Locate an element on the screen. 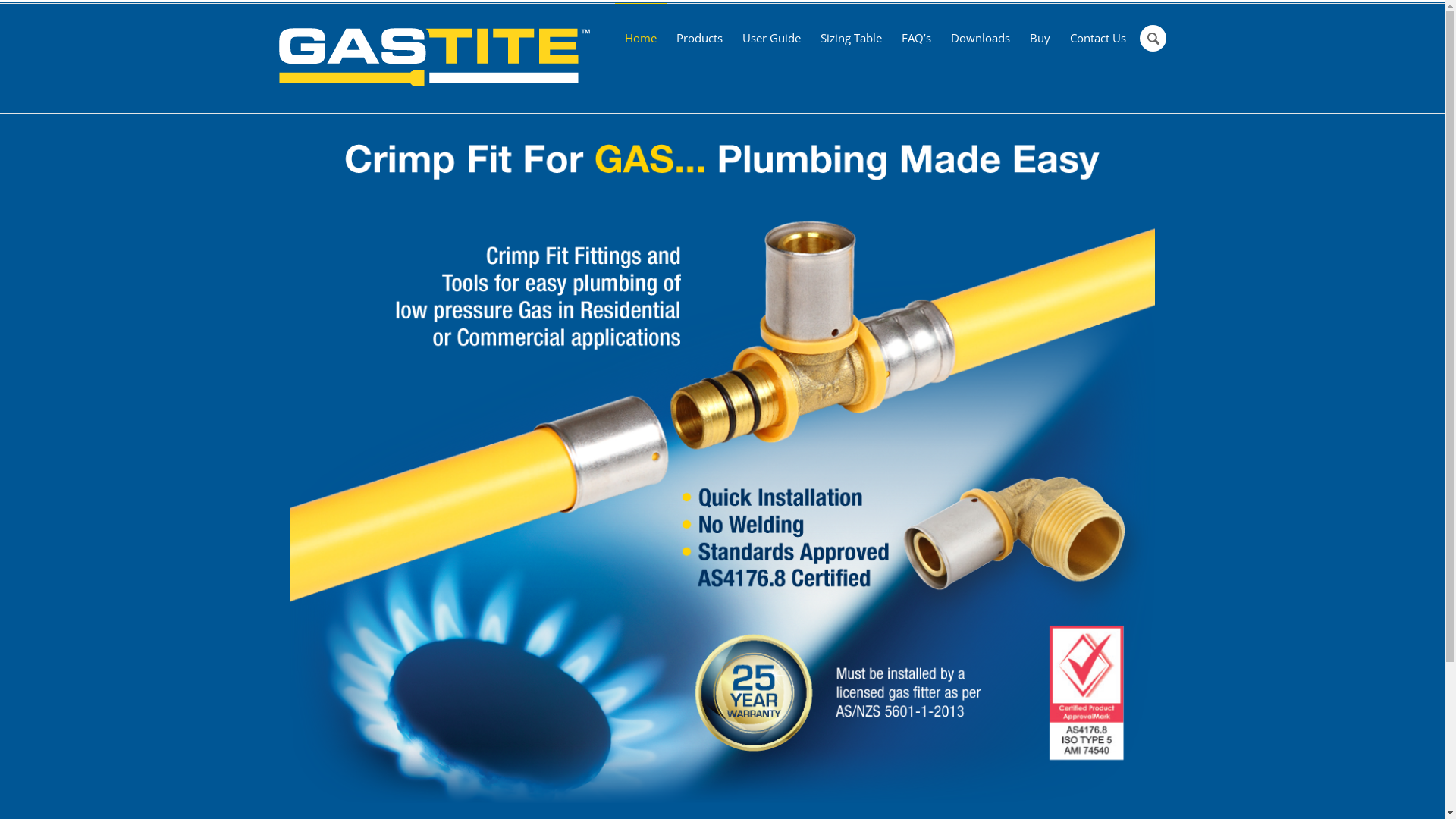  'User Guide' is located at coordinates (732, 34).